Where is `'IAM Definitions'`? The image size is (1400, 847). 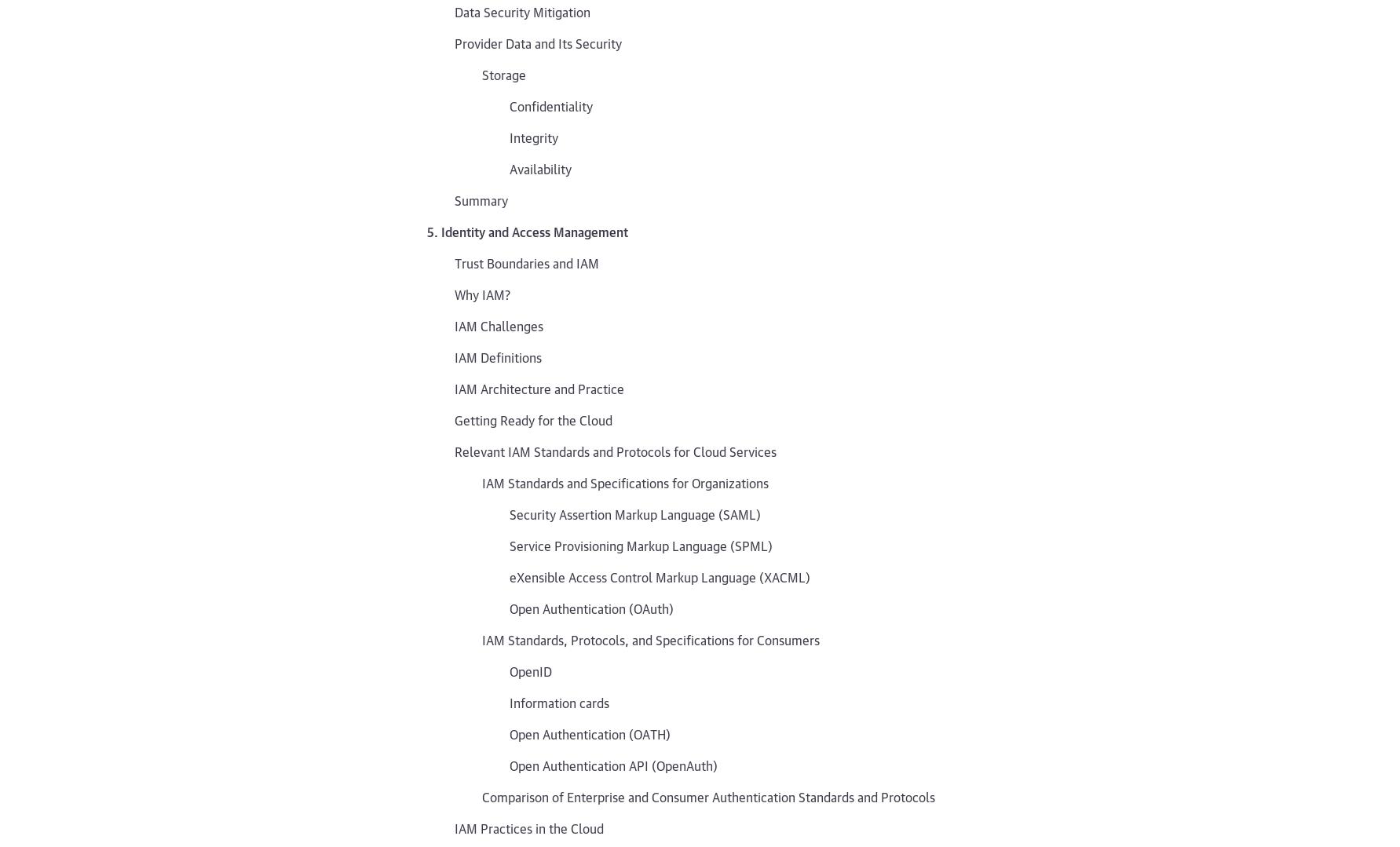 'IAM Definitions' is located at coordinates (498, 356).